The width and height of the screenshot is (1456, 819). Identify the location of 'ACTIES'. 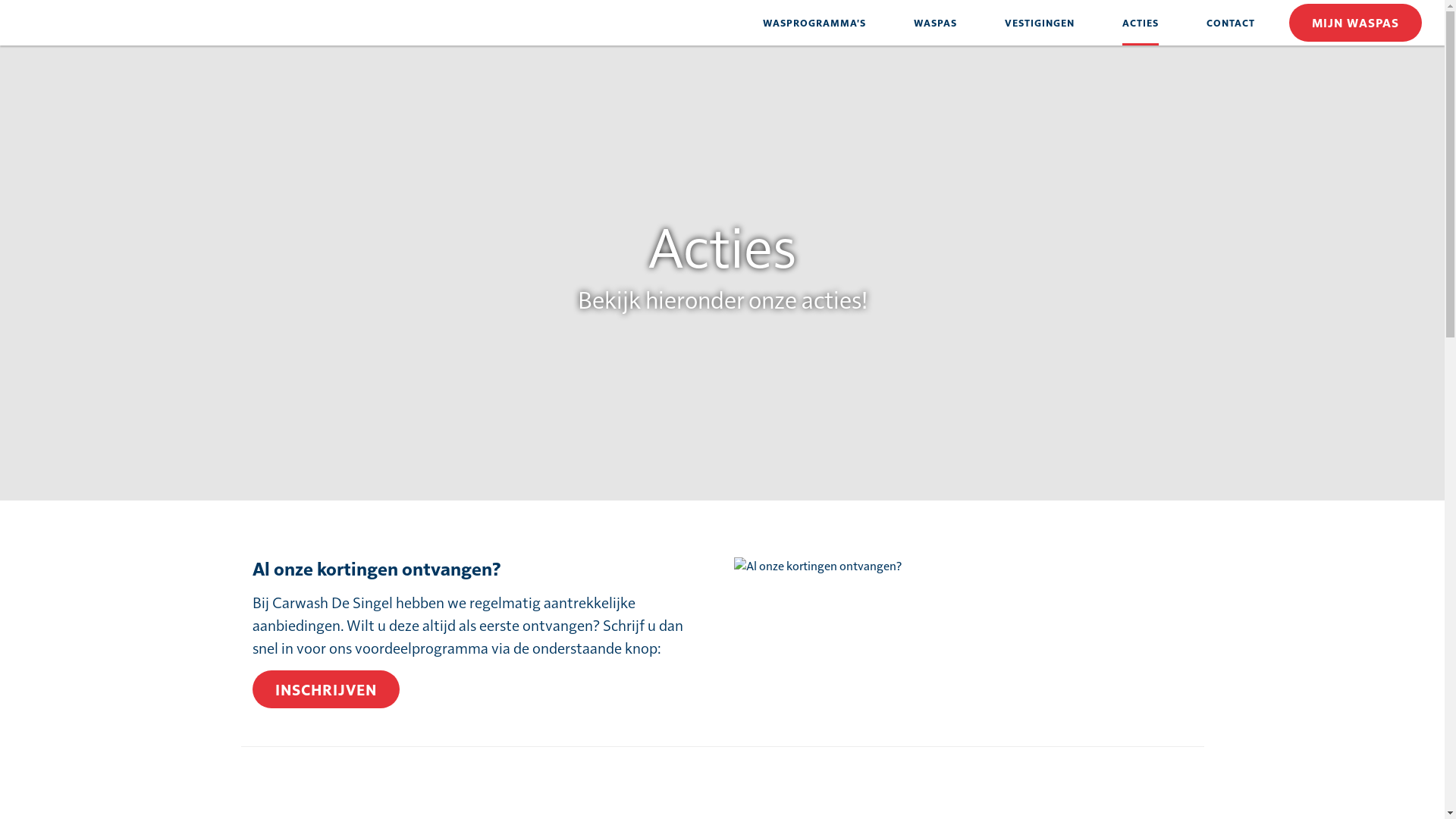
(1099, 23).